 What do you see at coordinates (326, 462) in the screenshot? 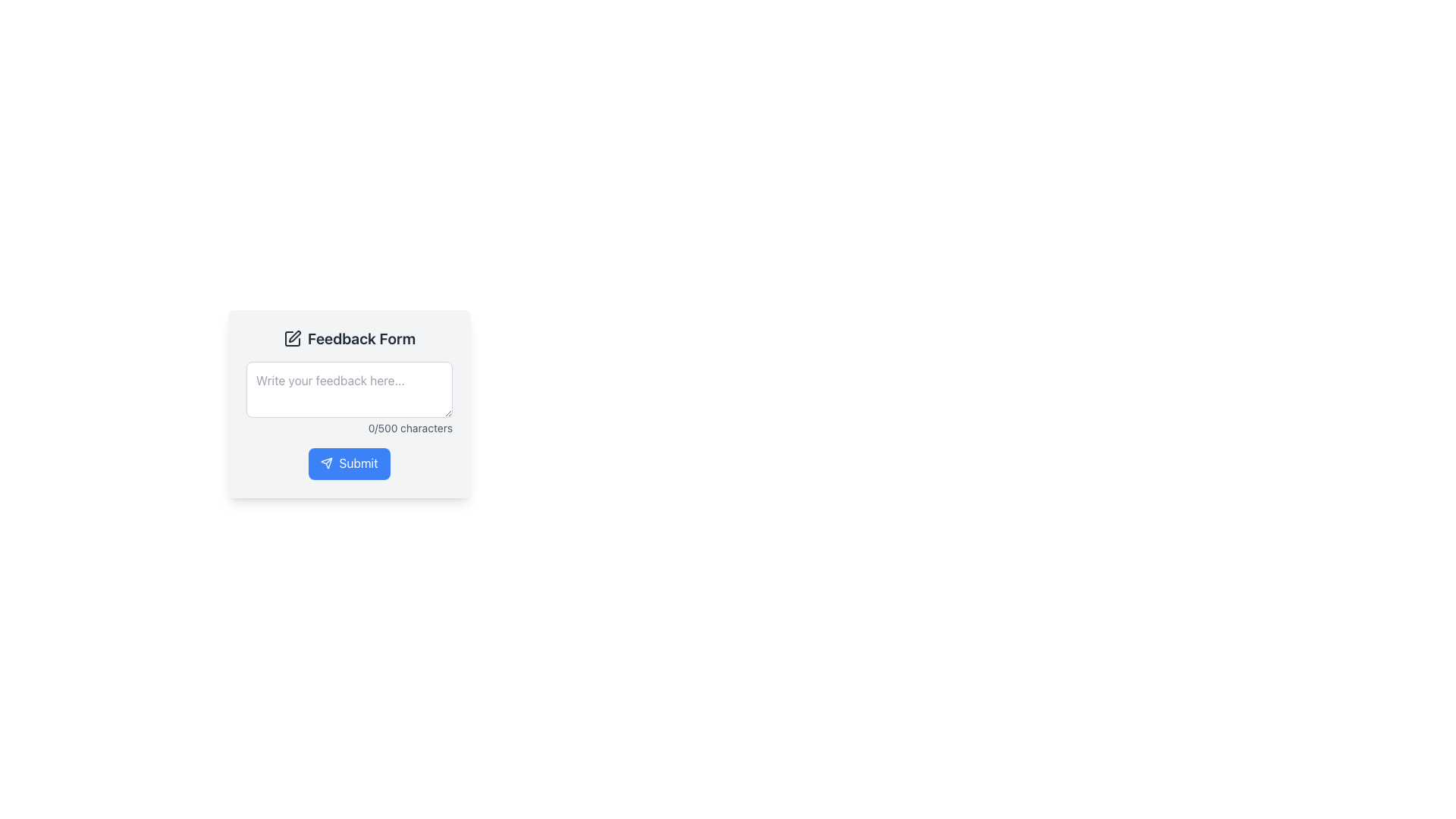
I see `the paper plane icon inside the blue 'Submit' button located below the feedback form input field` at bounding box center [326, 462].